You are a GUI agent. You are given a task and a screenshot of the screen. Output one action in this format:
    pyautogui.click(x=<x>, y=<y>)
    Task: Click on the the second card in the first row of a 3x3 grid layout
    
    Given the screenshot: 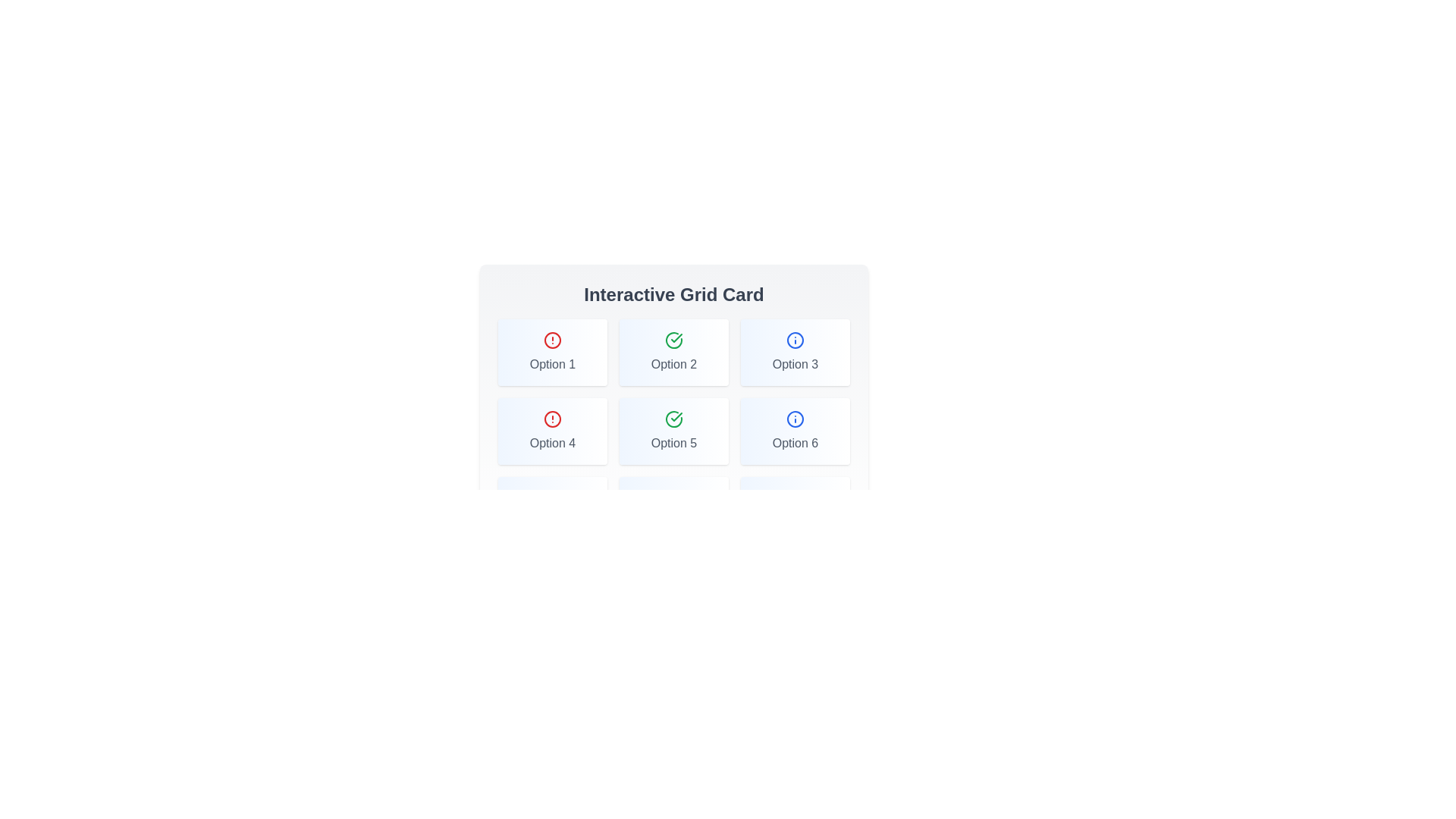 What is the action you would take?
    pyautogui.click(x=673, y=353)
    